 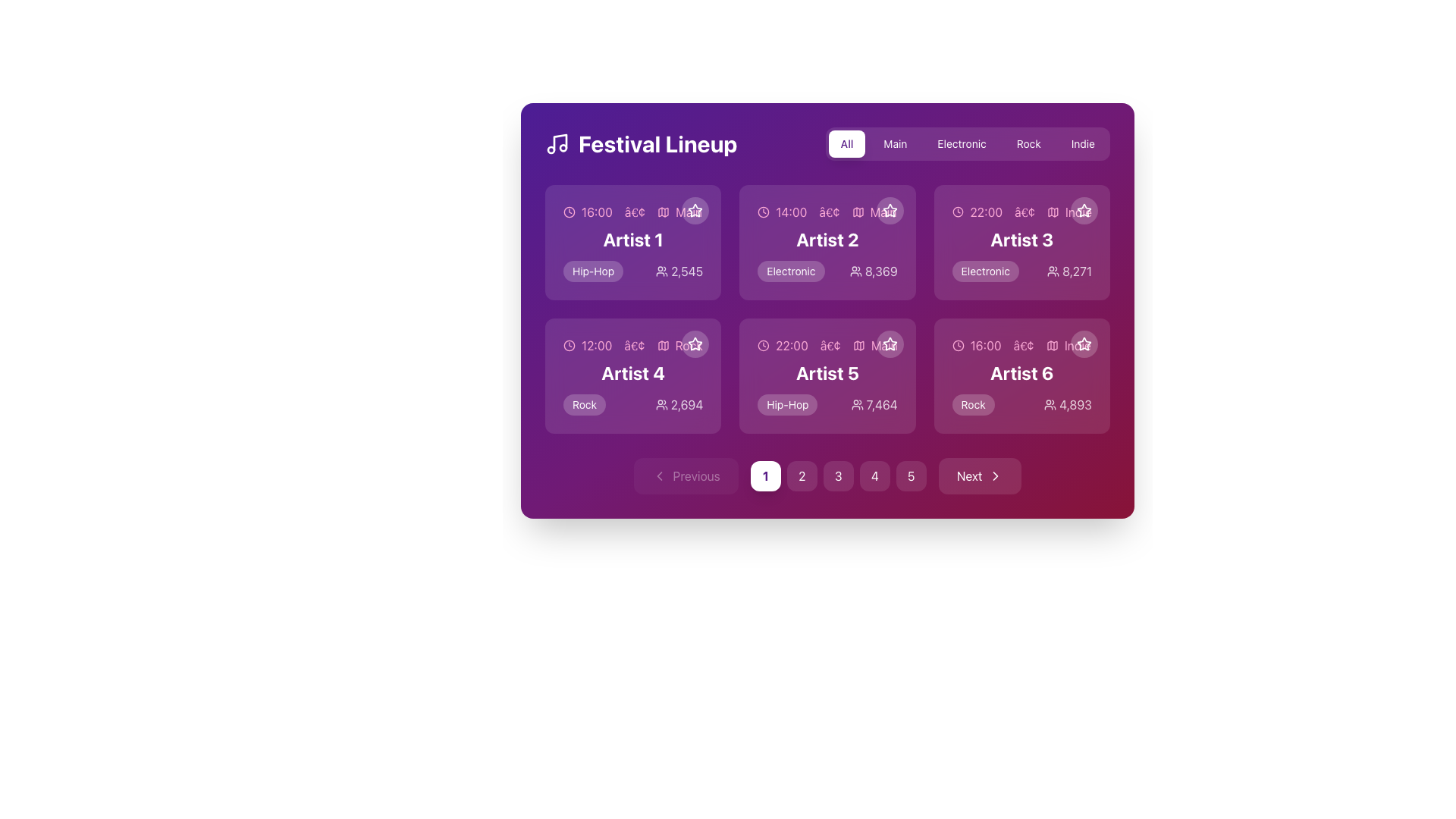 What do you see at coordinates (855, 271) in the screenshot?
I see `the icon that represents the number of attendees associated with the second card in the top row of the grid layout, positioned to the left of the text '8,369'` at bounding box center [855, 271].